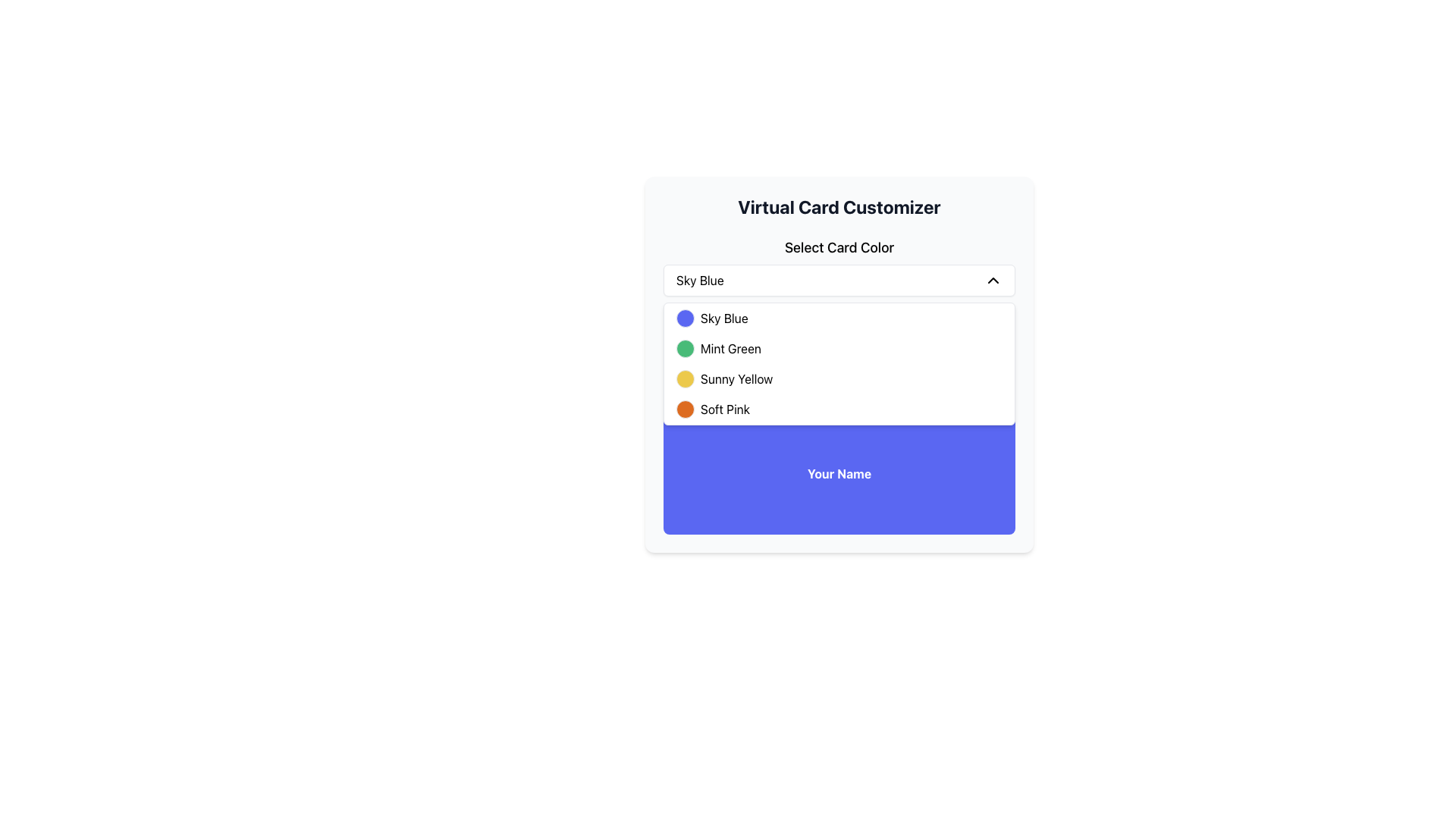 Image resolution: width=1456 pixels, height=819 pixels. I want to click on the 'Sky Blue' text label in the dropdown menu, which is located to the right of the blue circular icon, as part of the first option in a vertical stack of color choices, so click(723, 318).